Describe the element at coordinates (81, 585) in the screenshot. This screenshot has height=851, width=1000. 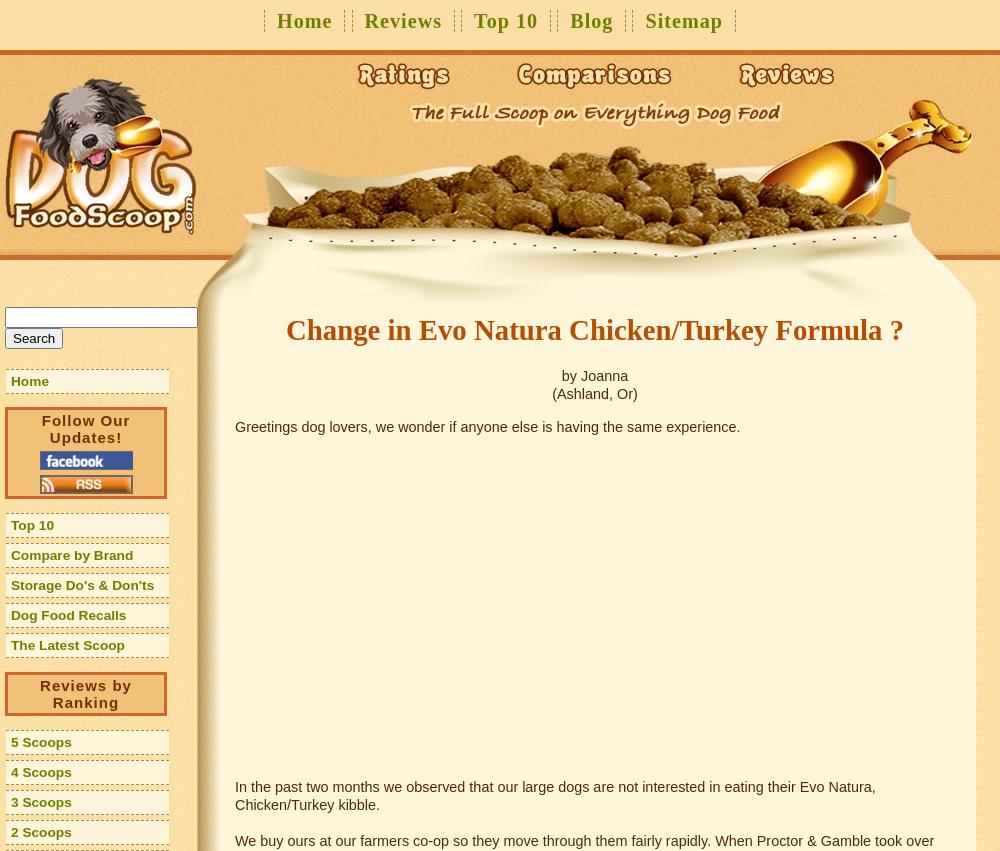
I see `'Storage Do's & Don'ts'` at that location.